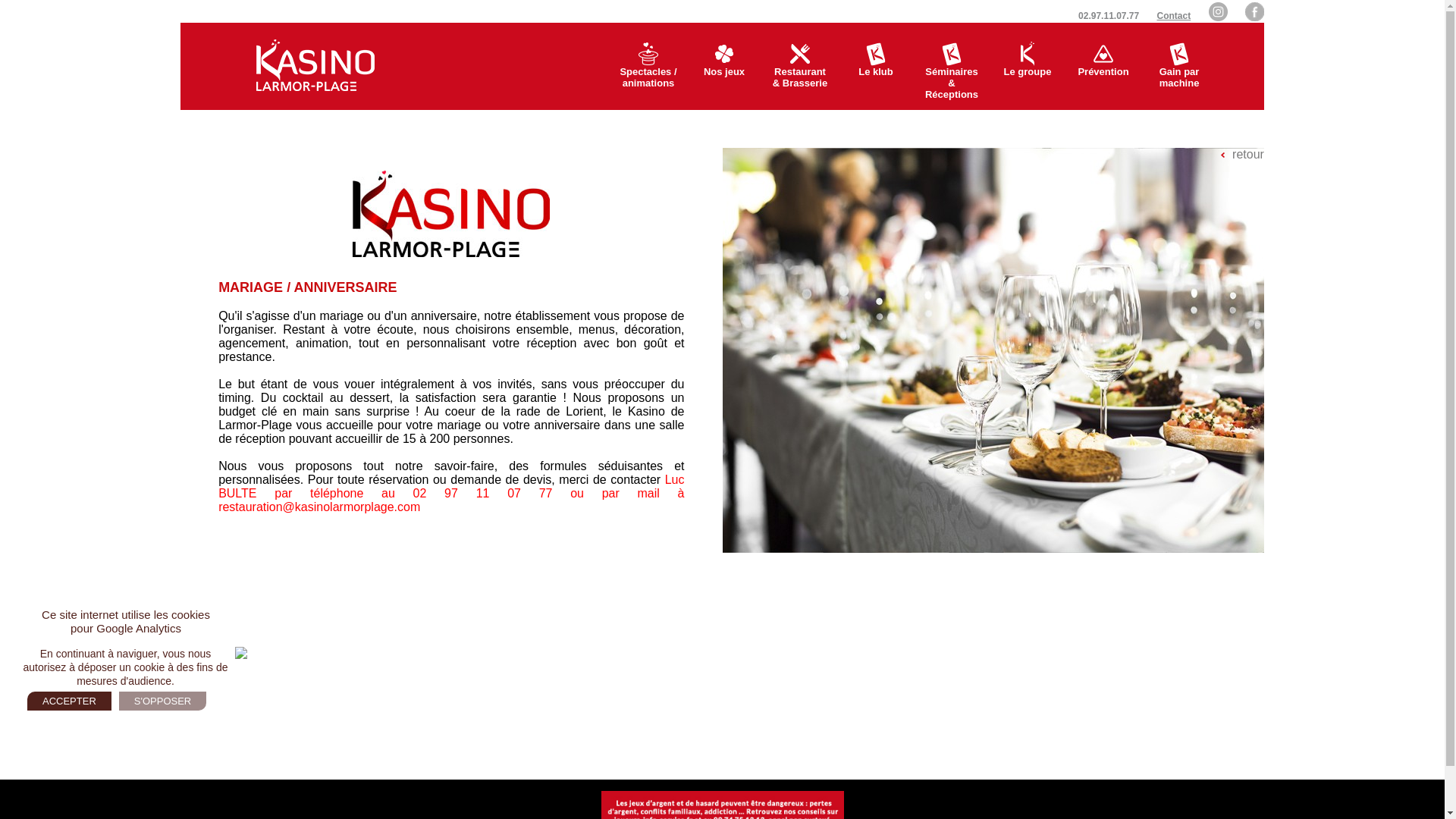 The height and width of the screenshot is (819, 1456). What do you see at coordinates (610, 65) in the screenshot?
I see `'Spectacles / animations'` at bounding box center [610, 65].